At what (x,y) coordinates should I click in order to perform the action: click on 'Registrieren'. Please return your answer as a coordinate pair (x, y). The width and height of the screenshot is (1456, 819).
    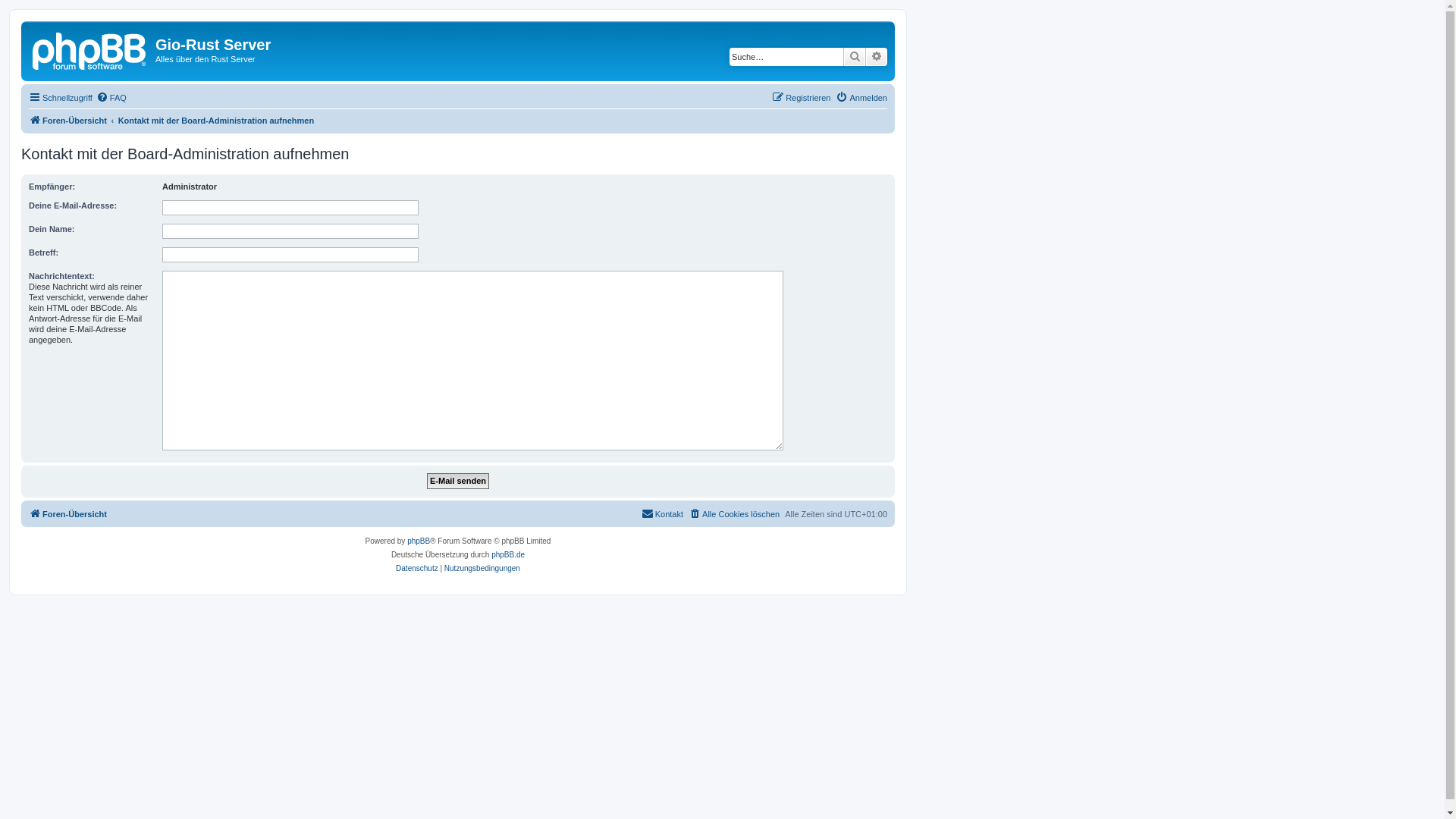
    Looking at the image, I should click on (800, 97).